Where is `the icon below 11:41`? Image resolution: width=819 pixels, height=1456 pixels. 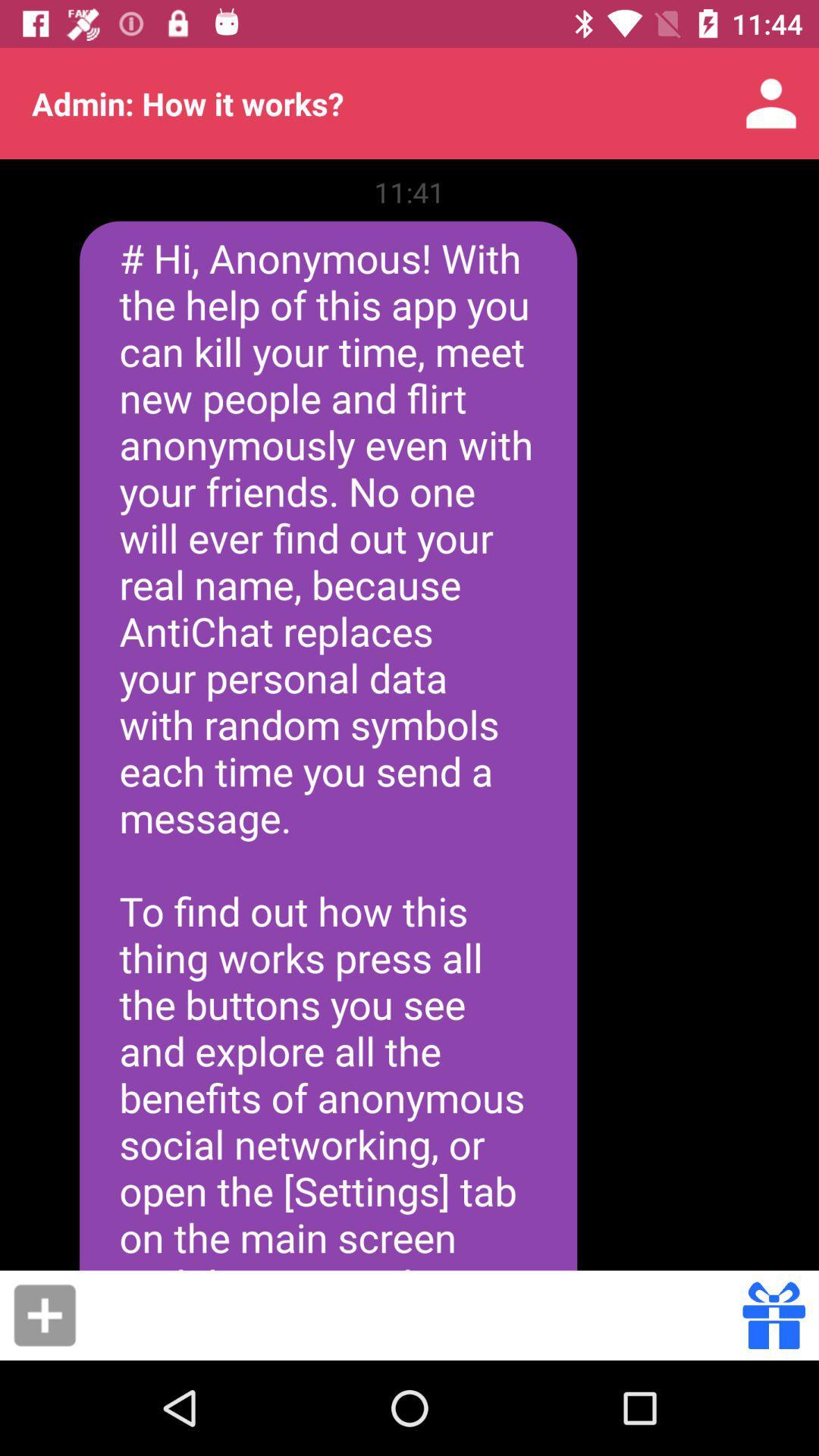
the icon below 11:41 is located at coordinates (328, 745).